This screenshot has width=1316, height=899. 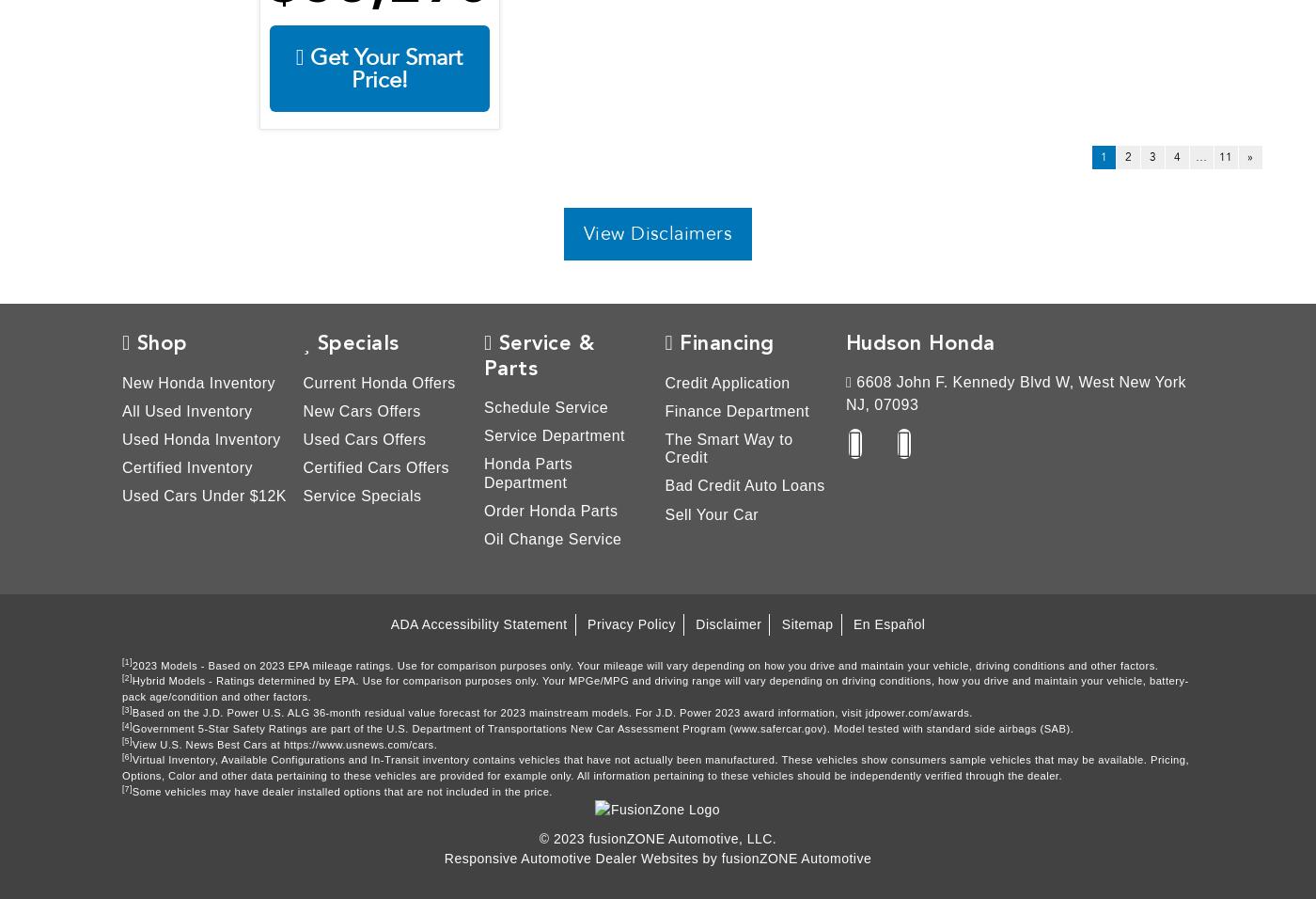 I want to click on 'Bad Credit Auto Loans', so click(x=743, y=484).